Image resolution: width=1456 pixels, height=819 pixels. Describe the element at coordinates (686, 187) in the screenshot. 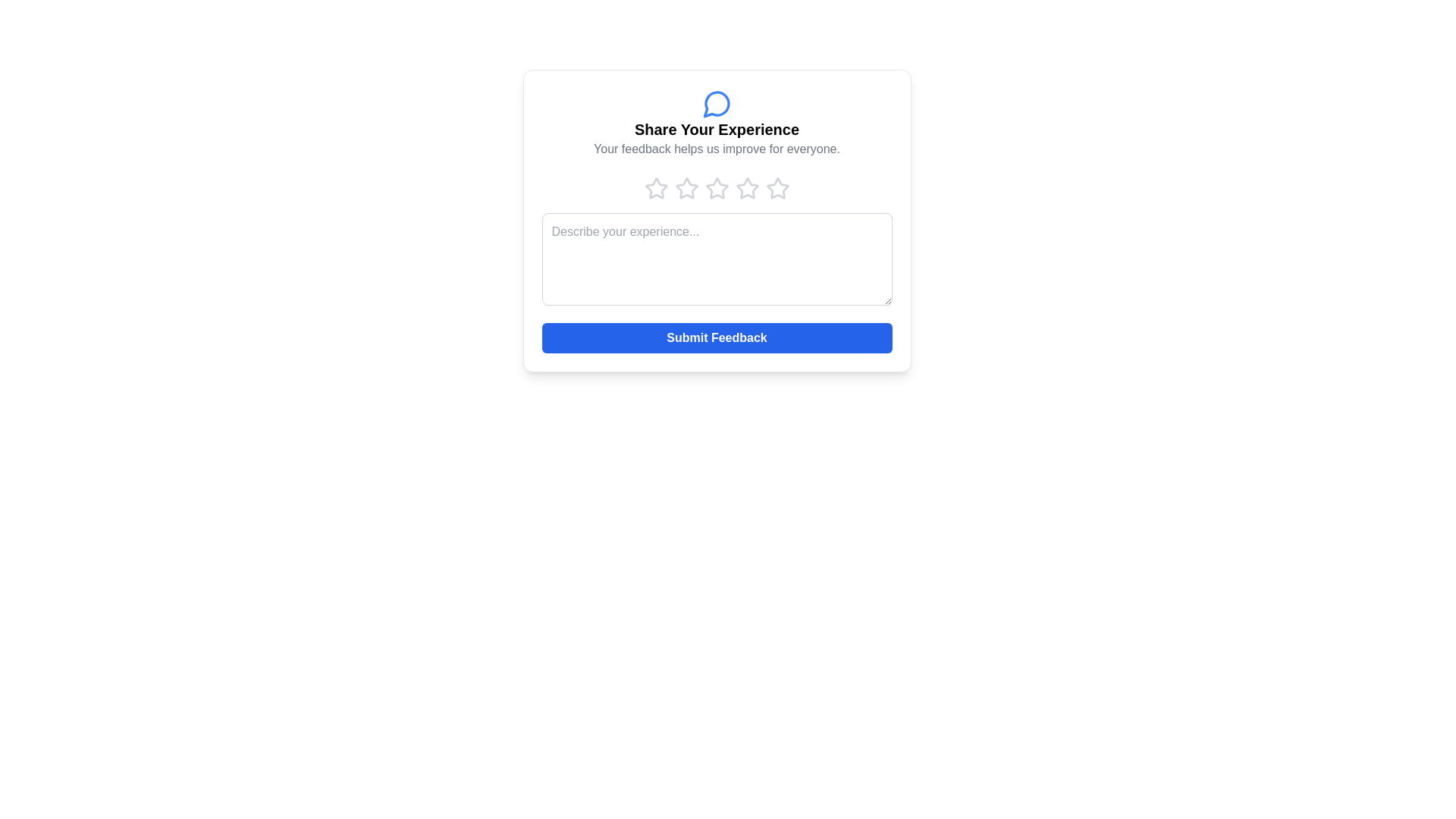

I see `the second star icon from the left in the horizontal row of star icons to rate` at that location.